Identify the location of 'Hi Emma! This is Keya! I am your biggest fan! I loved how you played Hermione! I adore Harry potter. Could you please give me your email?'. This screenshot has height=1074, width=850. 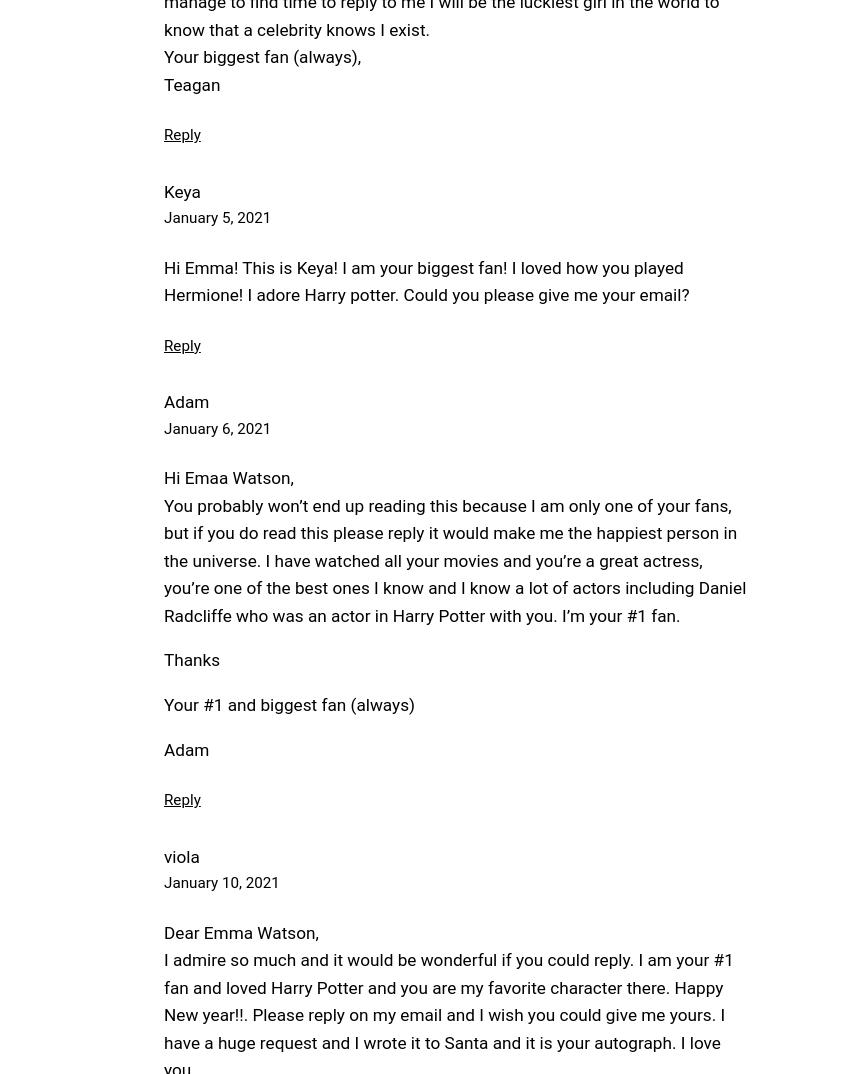
(425, 280).